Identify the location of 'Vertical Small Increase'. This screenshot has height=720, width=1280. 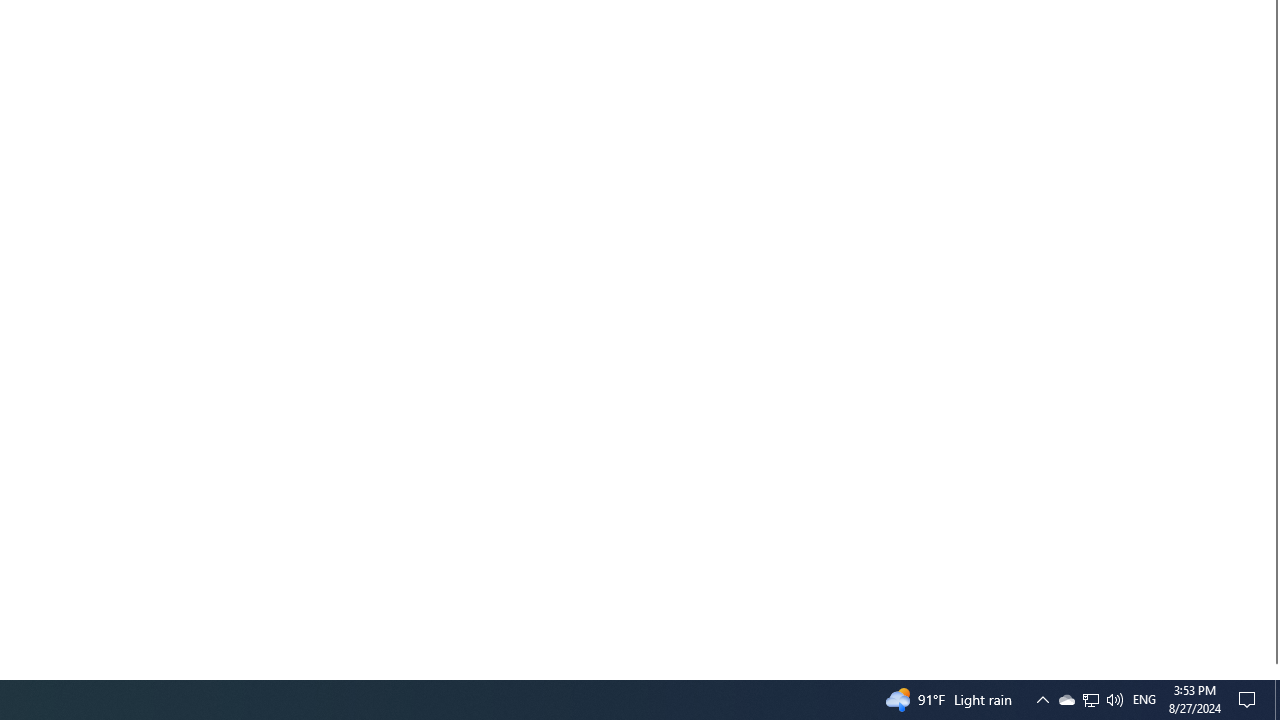
(1271, 671).